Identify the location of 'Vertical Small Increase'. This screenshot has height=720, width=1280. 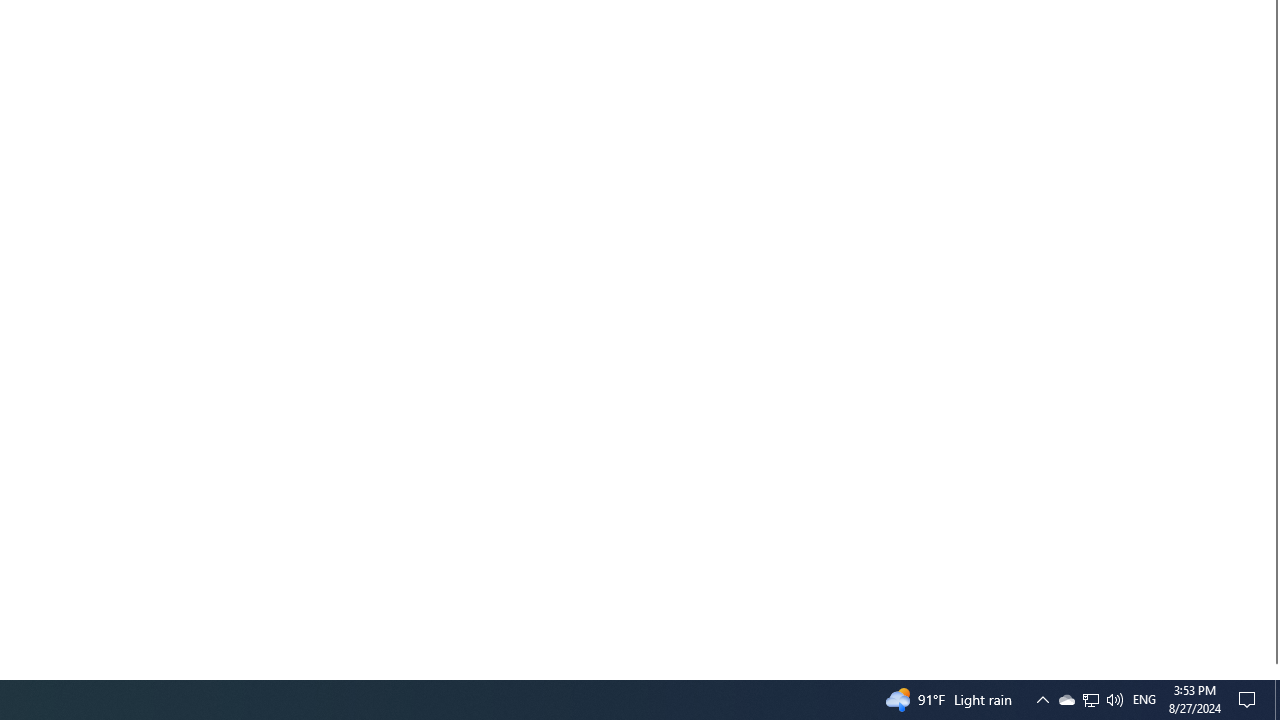
(1271, 671).